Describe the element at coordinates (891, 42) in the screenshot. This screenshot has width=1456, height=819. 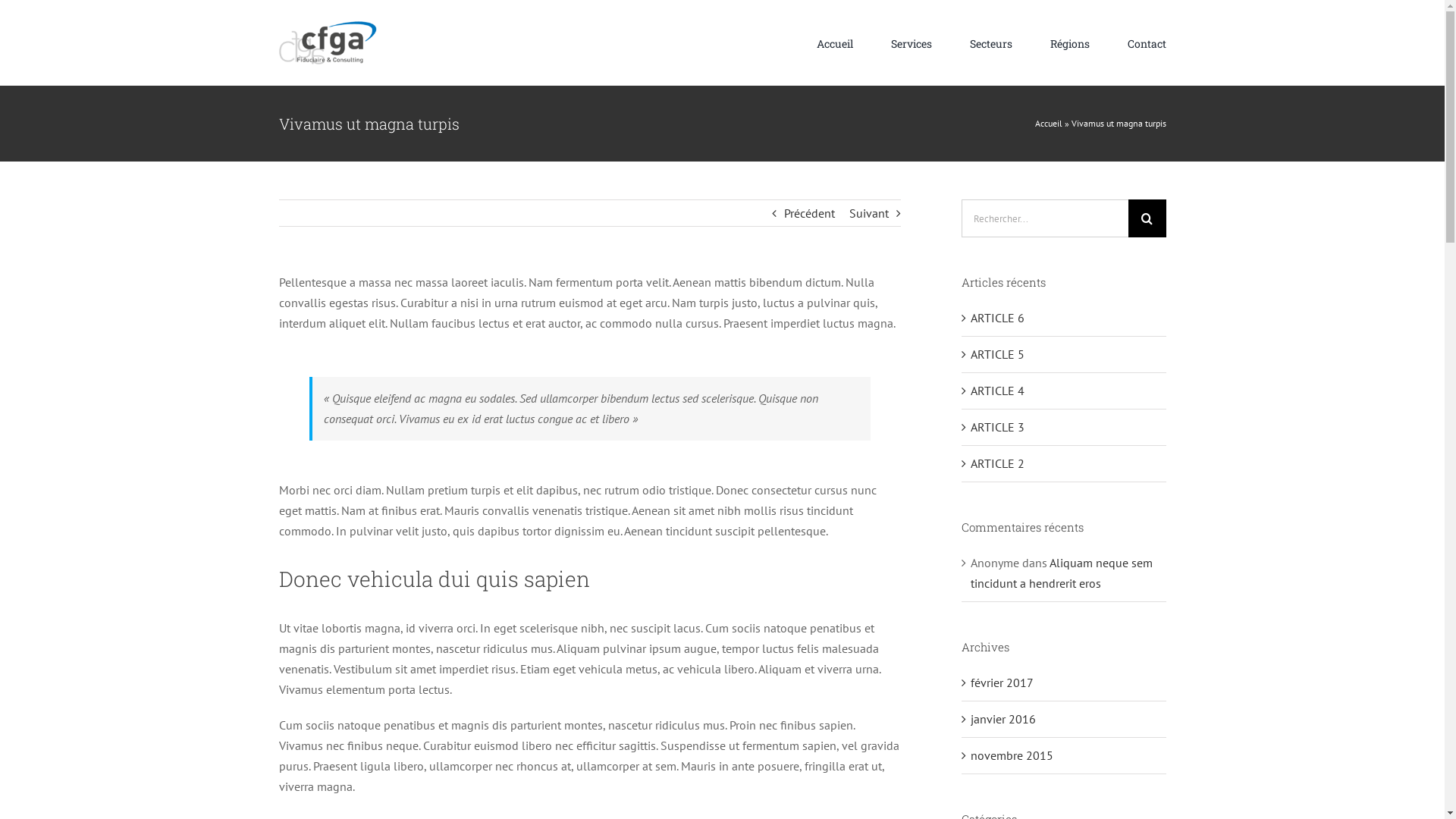
I see `'Services'` at that location.